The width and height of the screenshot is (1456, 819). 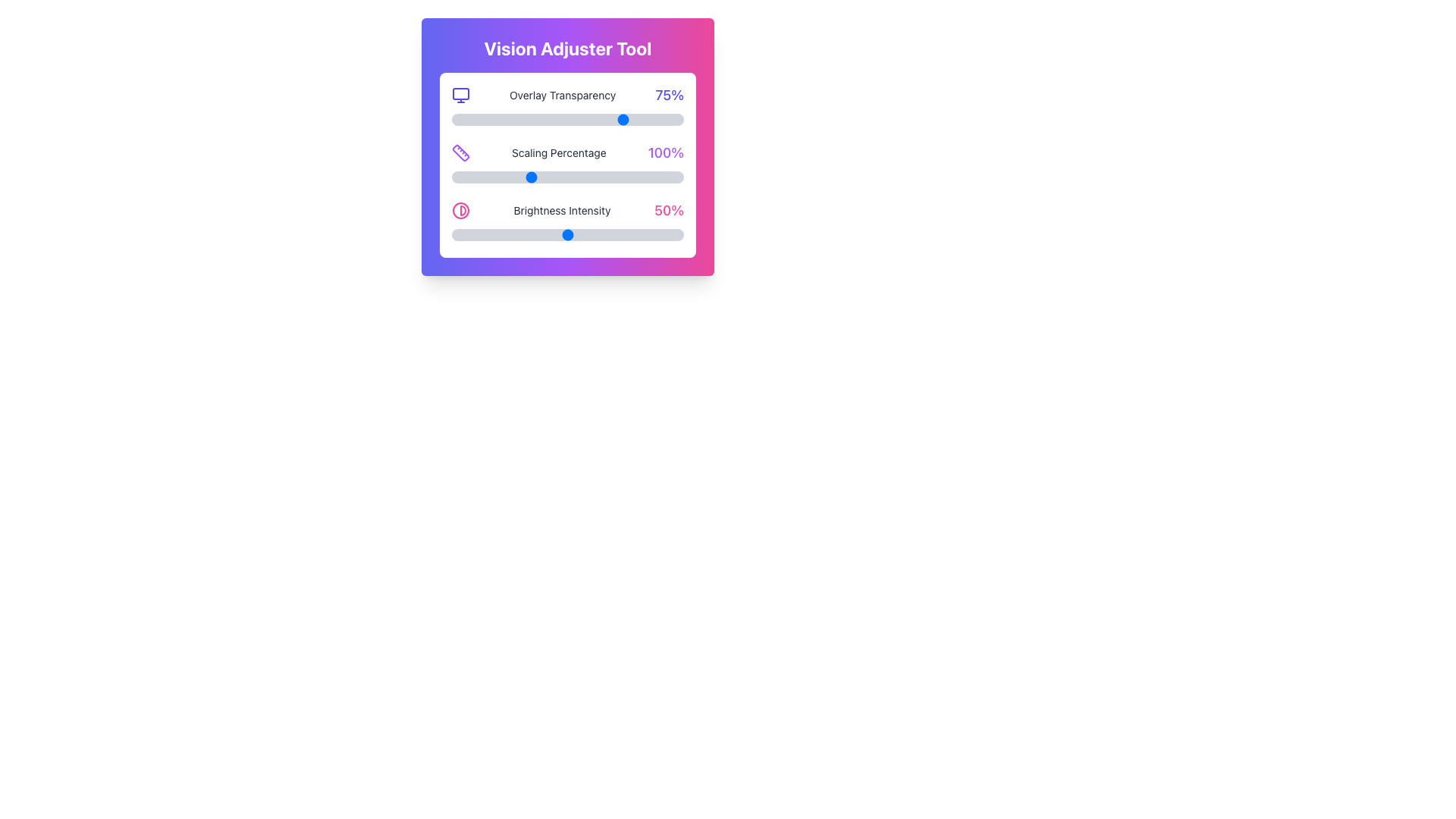 I want to click on the percentage value displayed in the descriptive indicator for the transparency adjustment of the overlay, which is located at the top of the 'Vision Adjuster Tool' panel, so click(x=566, y=96).